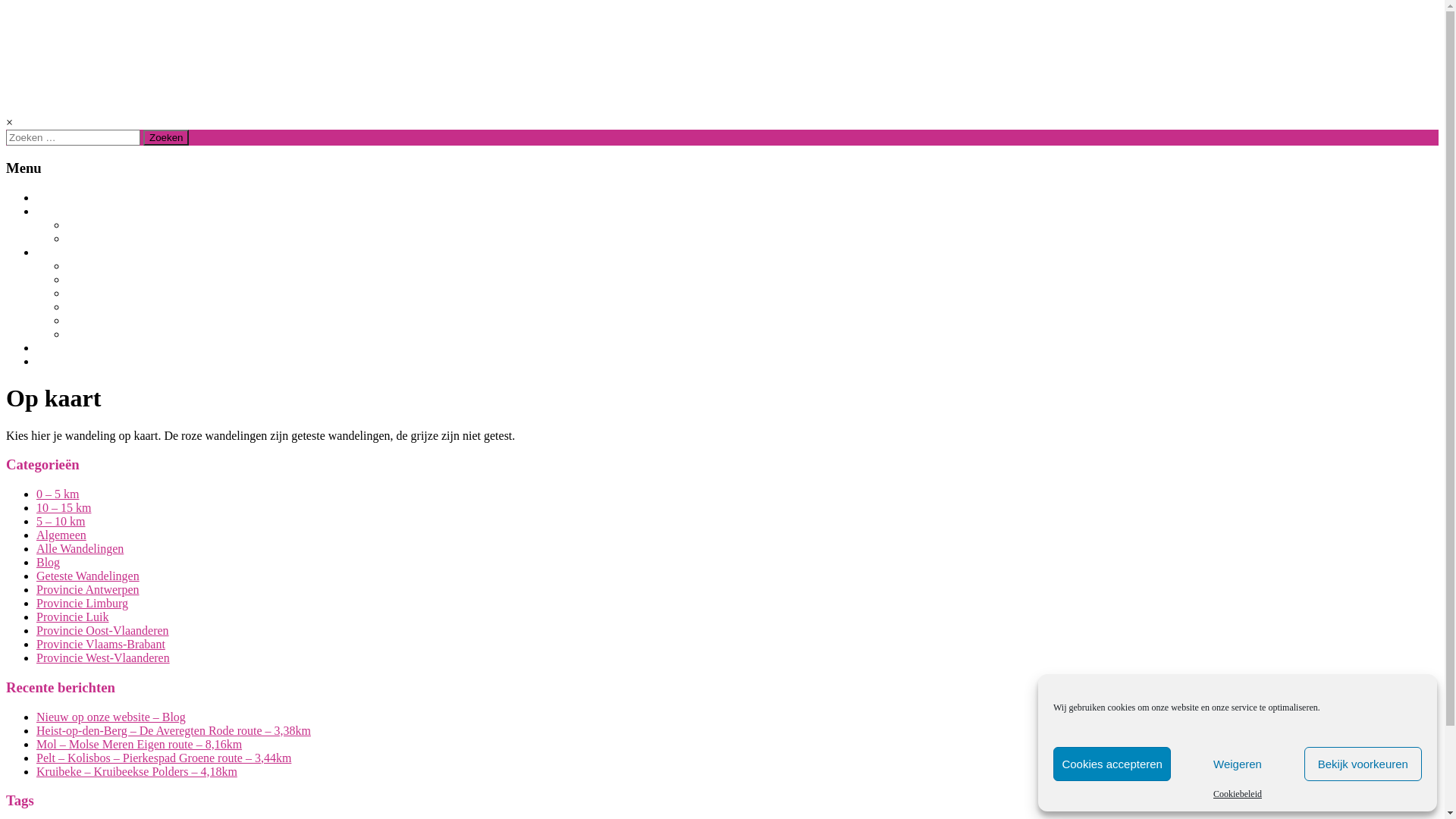  I want to click on 'WANDELINGEN', so click(36, 211).